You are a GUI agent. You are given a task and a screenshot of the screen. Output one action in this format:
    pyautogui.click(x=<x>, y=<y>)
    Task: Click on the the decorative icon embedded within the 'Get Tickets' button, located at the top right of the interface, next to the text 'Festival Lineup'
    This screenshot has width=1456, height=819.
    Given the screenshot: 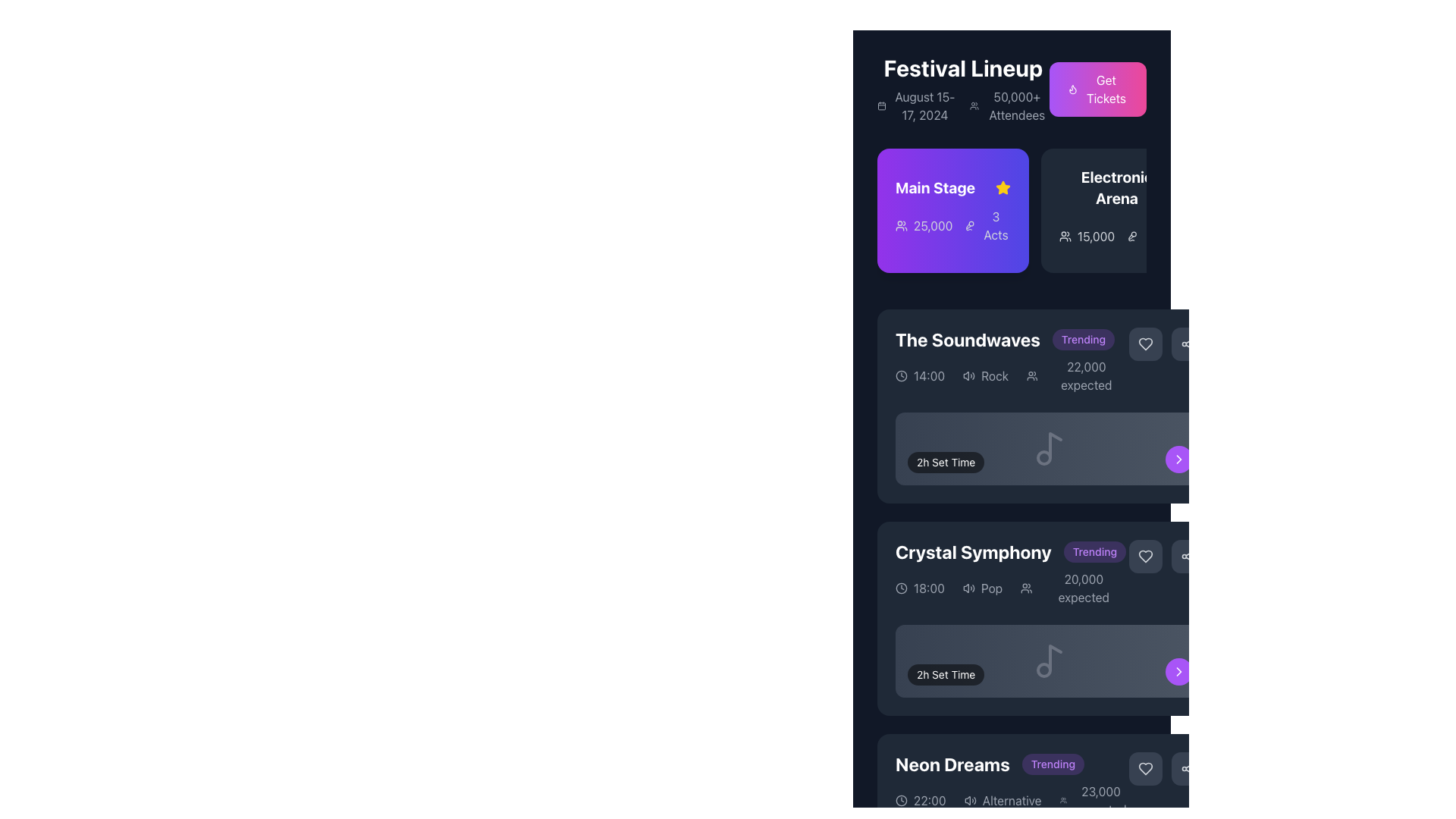 What is the action you would take?
    pyautogui.click(x=1072, y=89)
    